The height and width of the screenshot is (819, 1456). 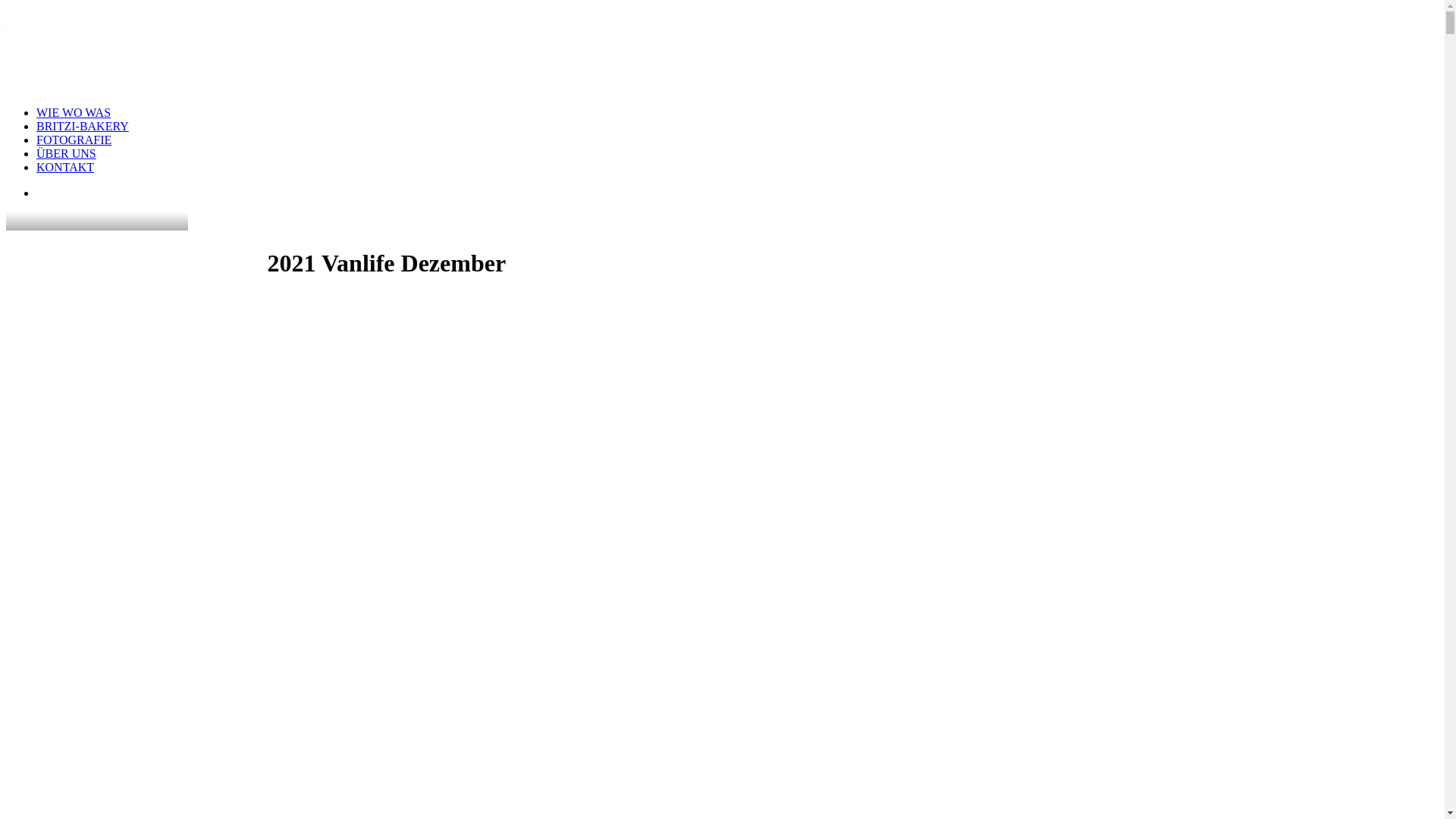 I want to click on 'WIE WO WAS', so click(x=36, y=111).